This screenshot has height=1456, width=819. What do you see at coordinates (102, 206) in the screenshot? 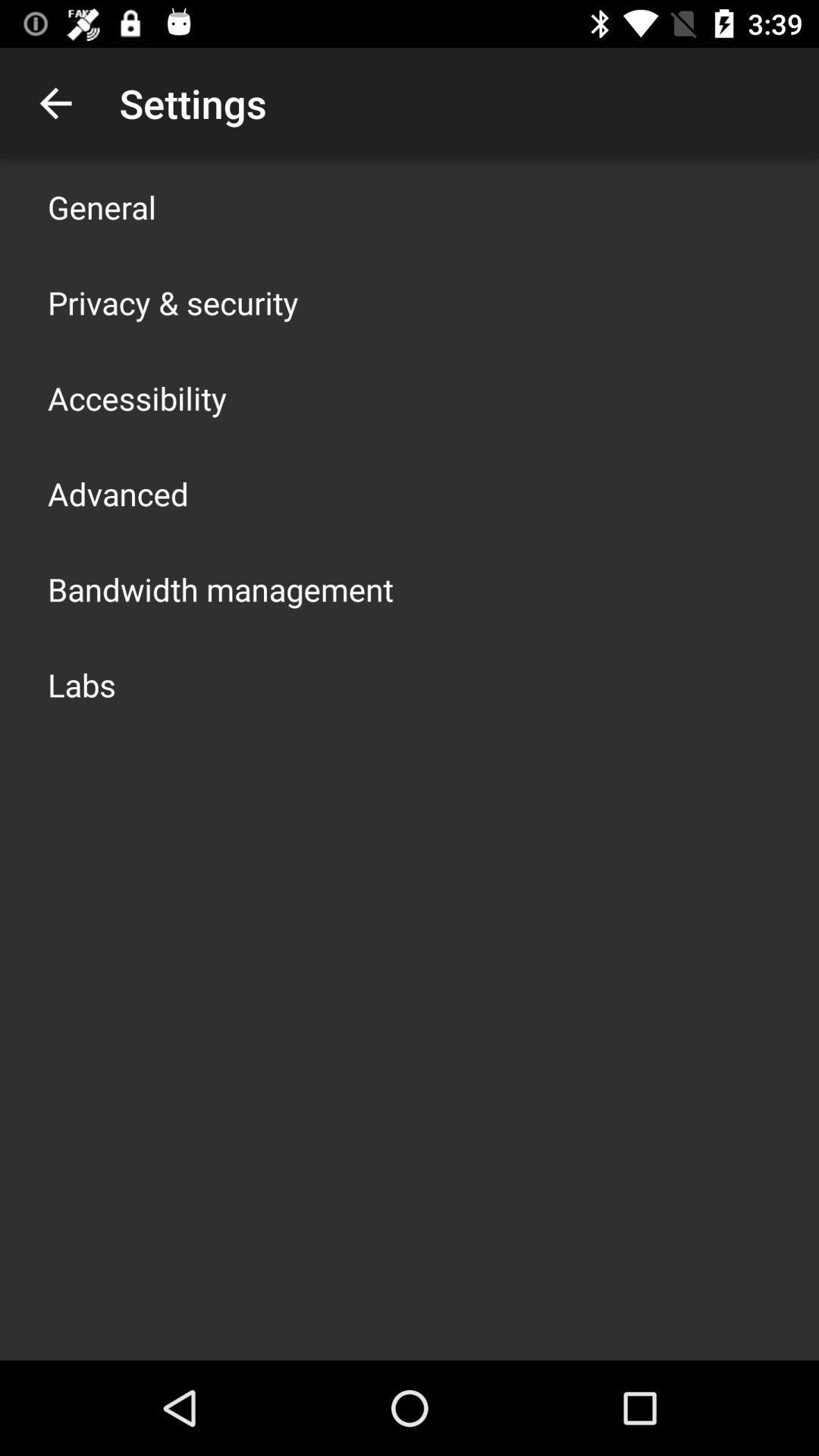
I see `the icon above privacy & security app` at bounding box center [102, 206].